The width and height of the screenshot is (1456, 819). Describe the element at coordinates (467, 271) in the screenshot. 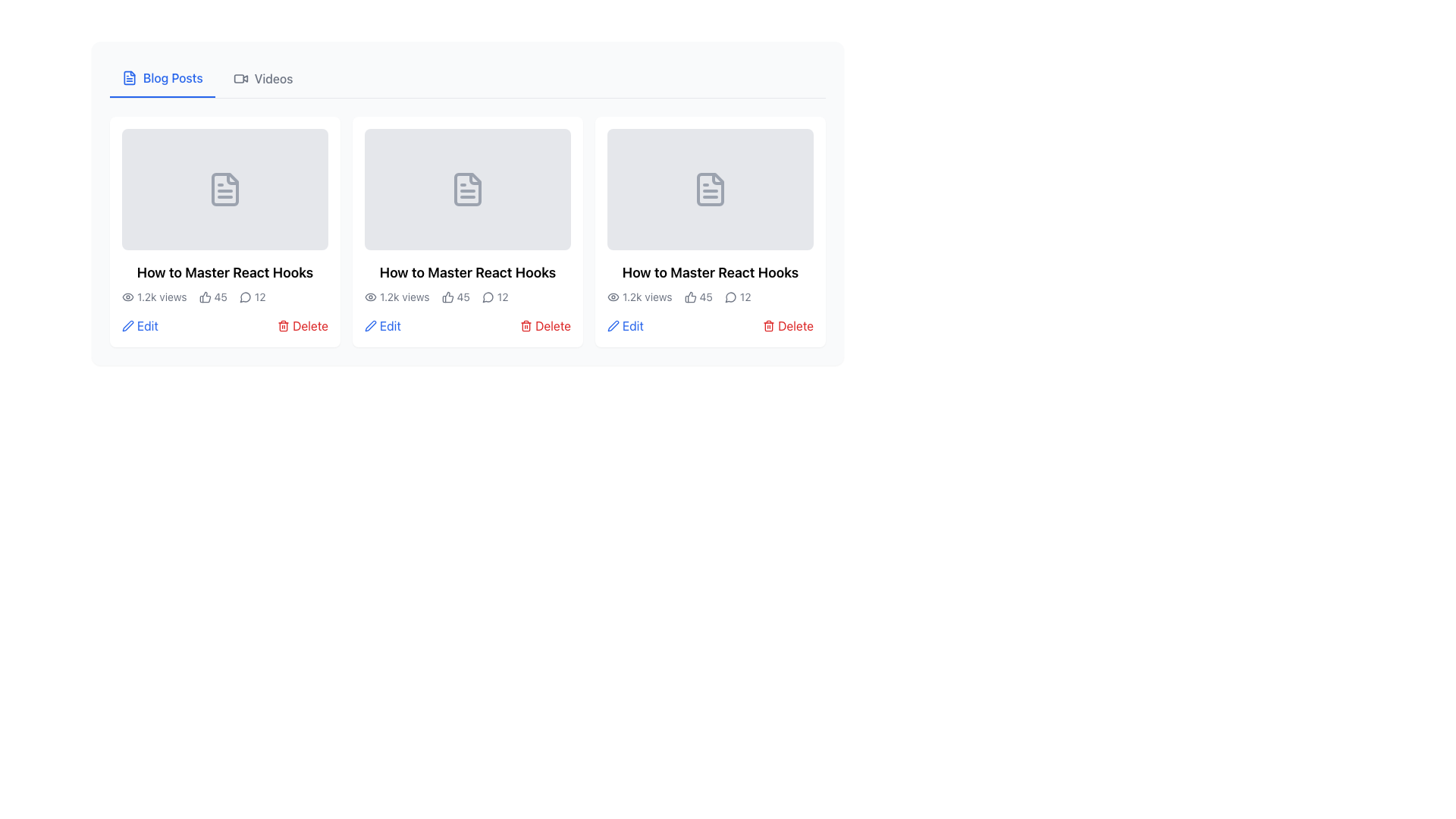

I see `the Header text of the blog post located in the second card of the horizontally aligned list, positioned below the image placeholder` at that location.